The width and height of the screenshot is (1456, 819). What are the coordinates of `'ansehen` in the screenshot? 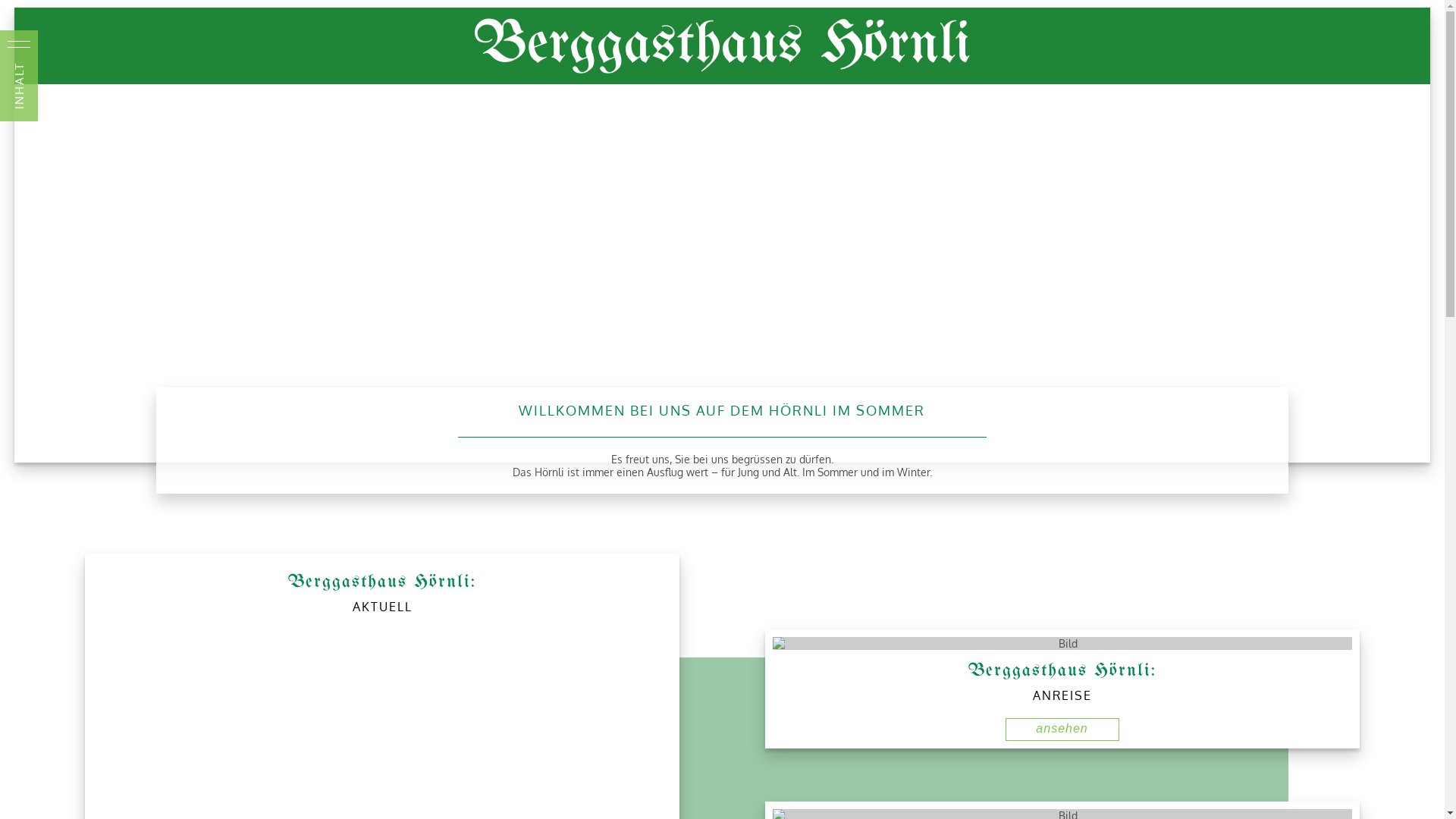 It's located at (1062, 728).